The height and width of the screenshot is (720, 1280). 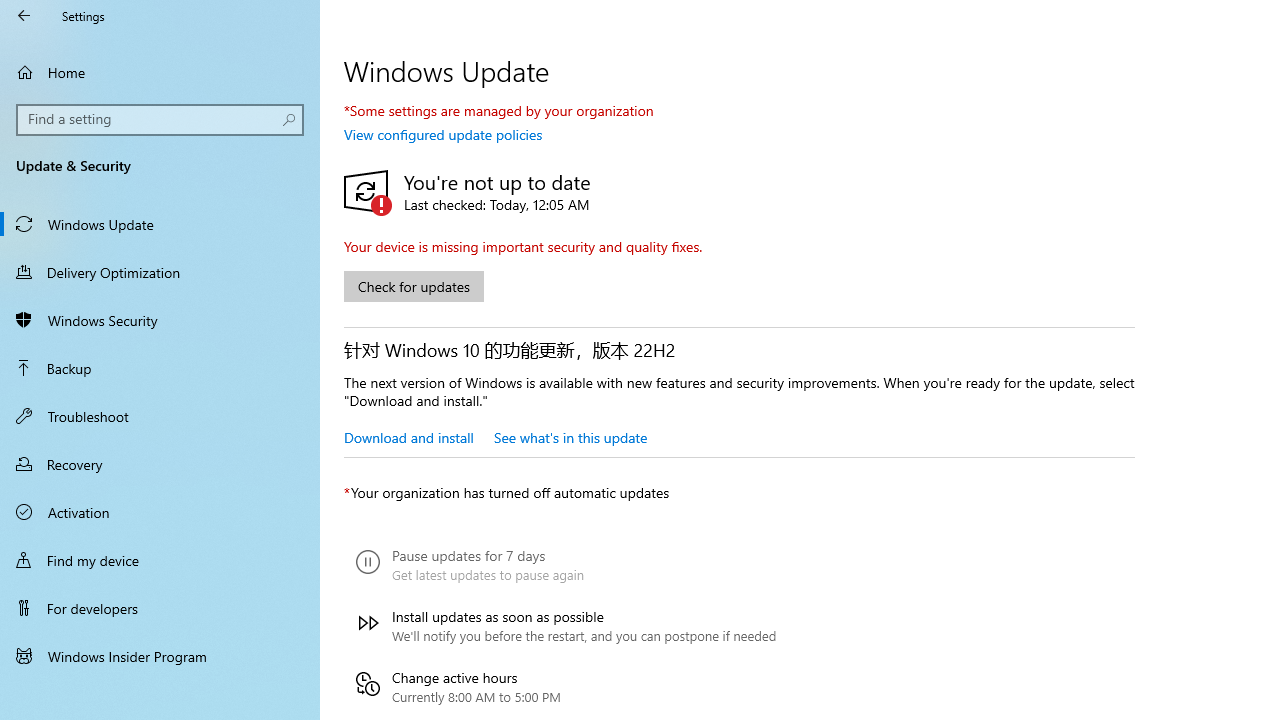 I want to click on 'Backup', so click(x=160, y=367).